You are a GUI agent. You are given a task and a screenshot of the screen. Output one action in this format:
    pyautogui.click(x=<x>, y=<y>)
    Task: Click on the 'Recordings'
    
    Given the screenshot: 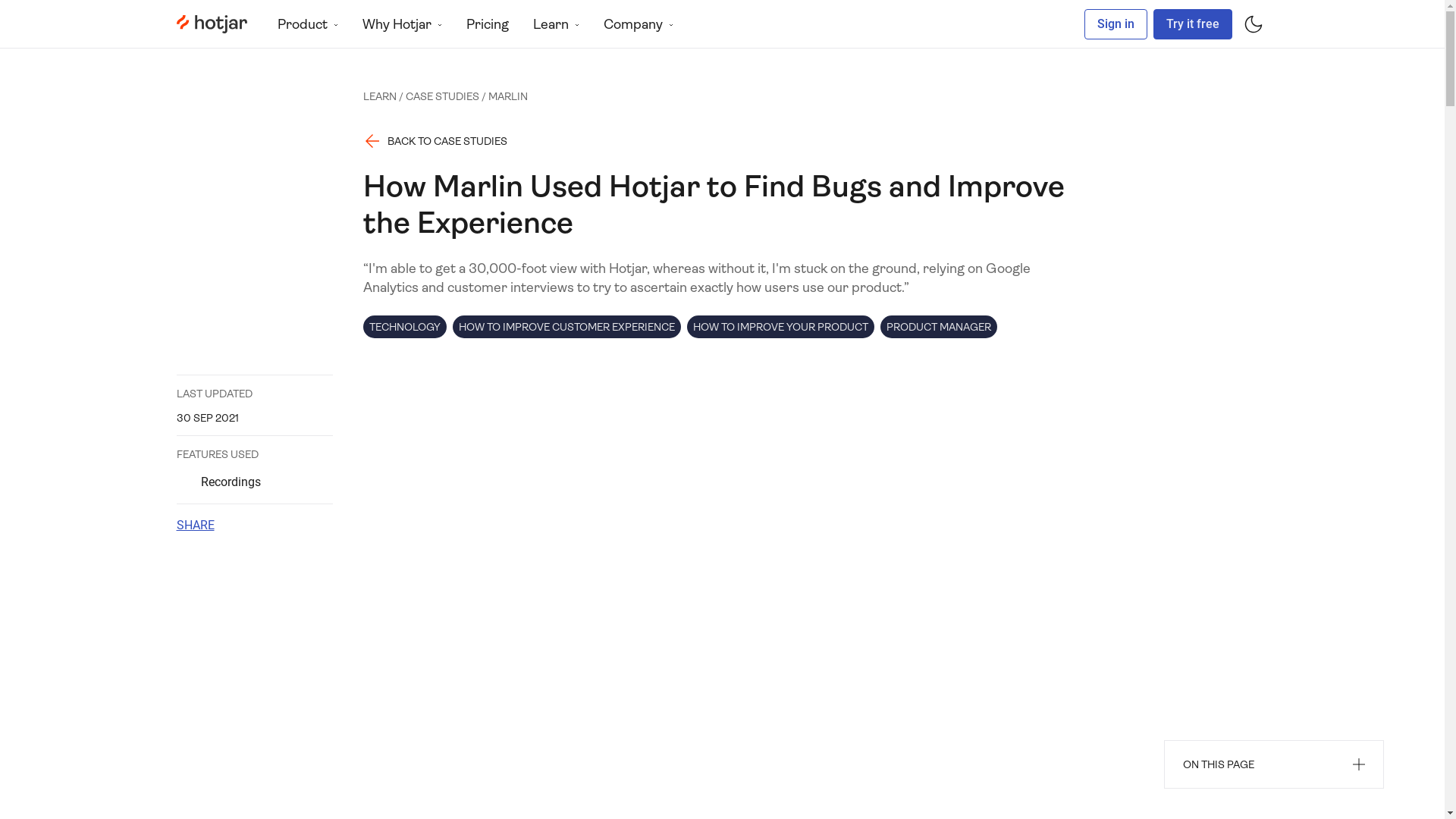 What is the action you would take?
    pyautogui.click(x=254, y=482)
    